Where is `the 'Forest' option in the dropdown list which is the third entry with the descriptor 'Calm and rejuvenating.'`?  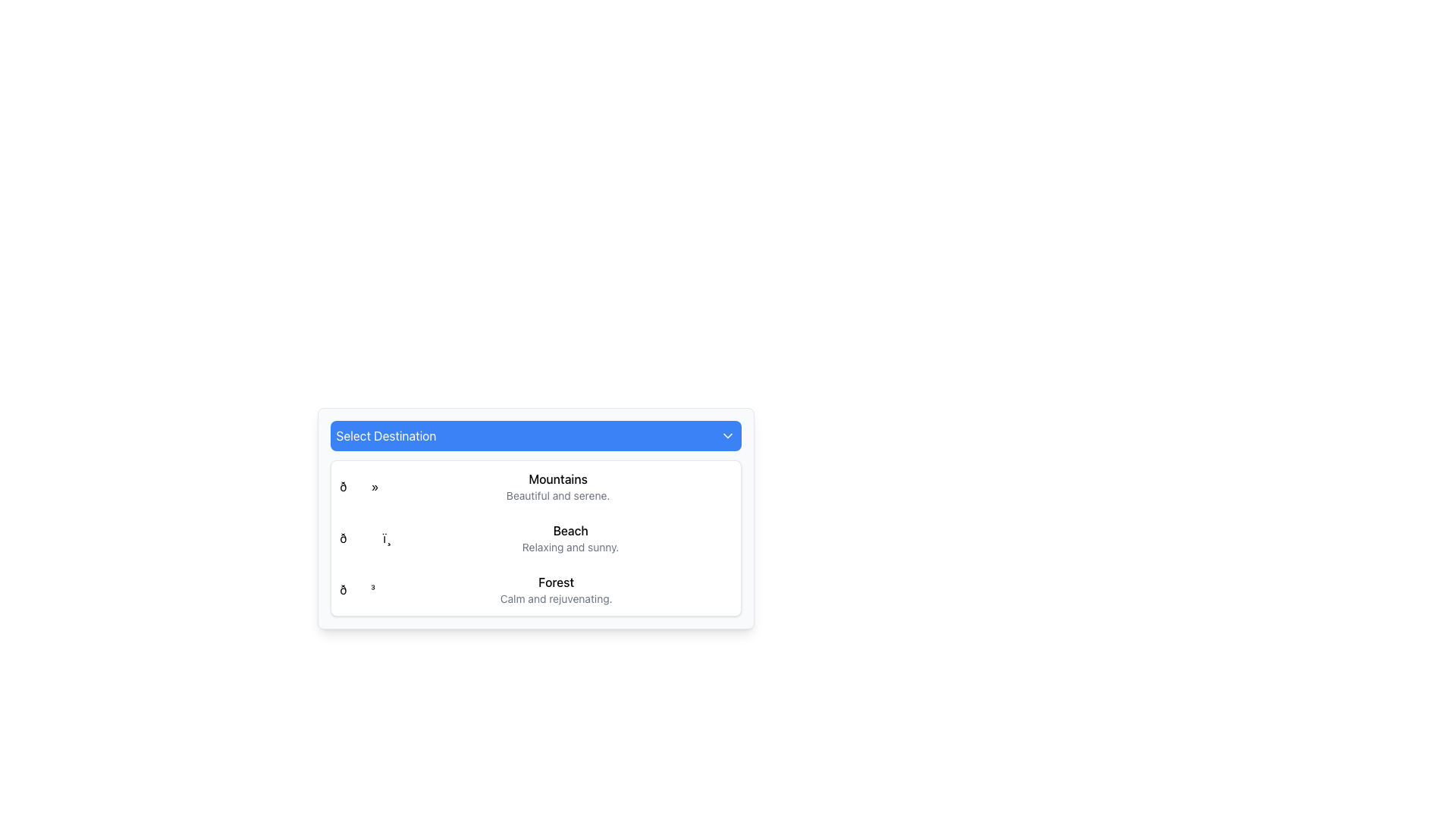
the 'Forest' option in the dropdown list which is the third entry with the descriptor 'Calm and rejuvenating.' is located at coordinates (555, 589).